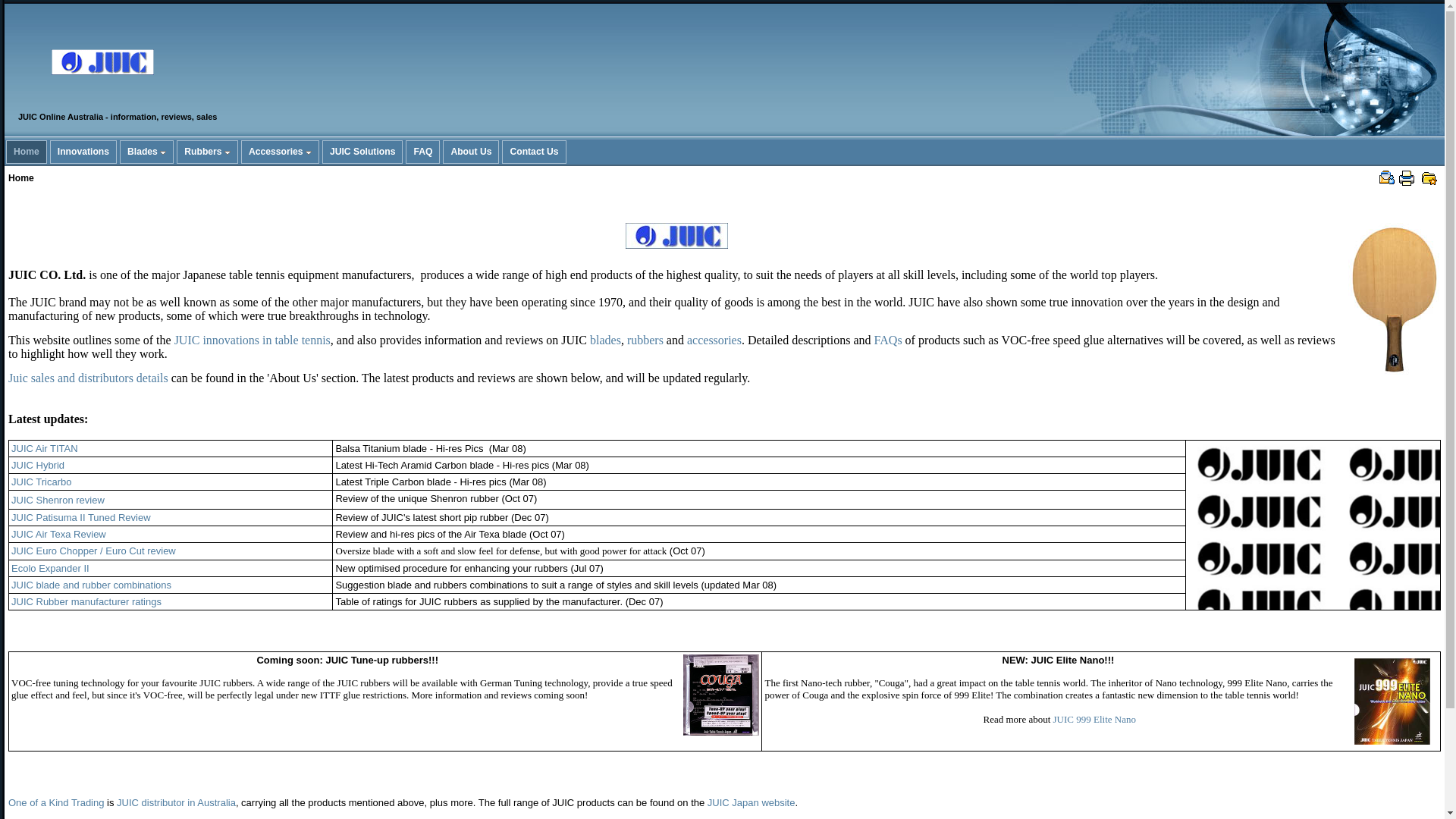 The image size is (1456, 819). I want to click on 'About Us', so click(443, 152).